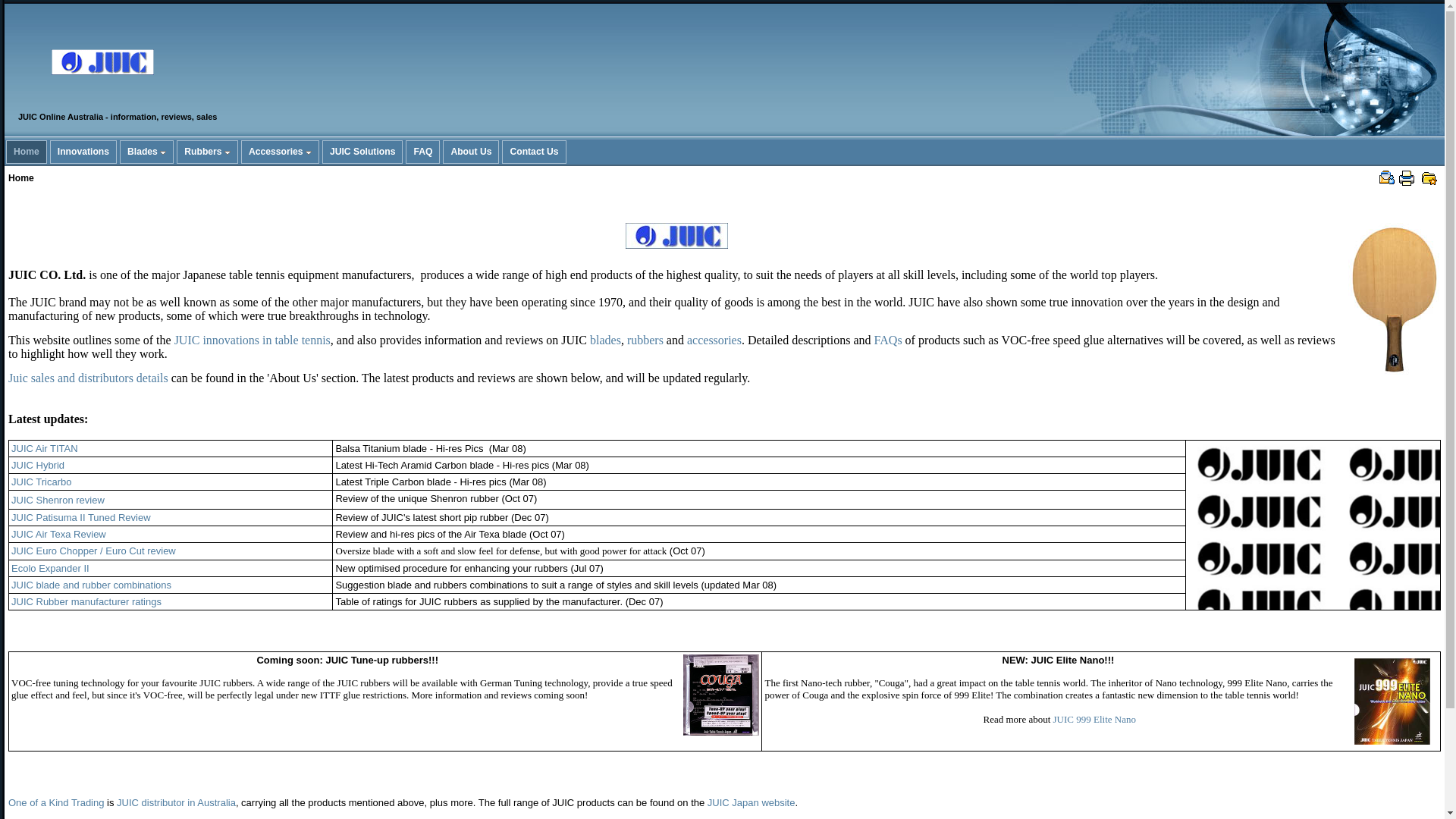 The image size is (1456, 819). I want to click on 'About Us', so click(443, 152).